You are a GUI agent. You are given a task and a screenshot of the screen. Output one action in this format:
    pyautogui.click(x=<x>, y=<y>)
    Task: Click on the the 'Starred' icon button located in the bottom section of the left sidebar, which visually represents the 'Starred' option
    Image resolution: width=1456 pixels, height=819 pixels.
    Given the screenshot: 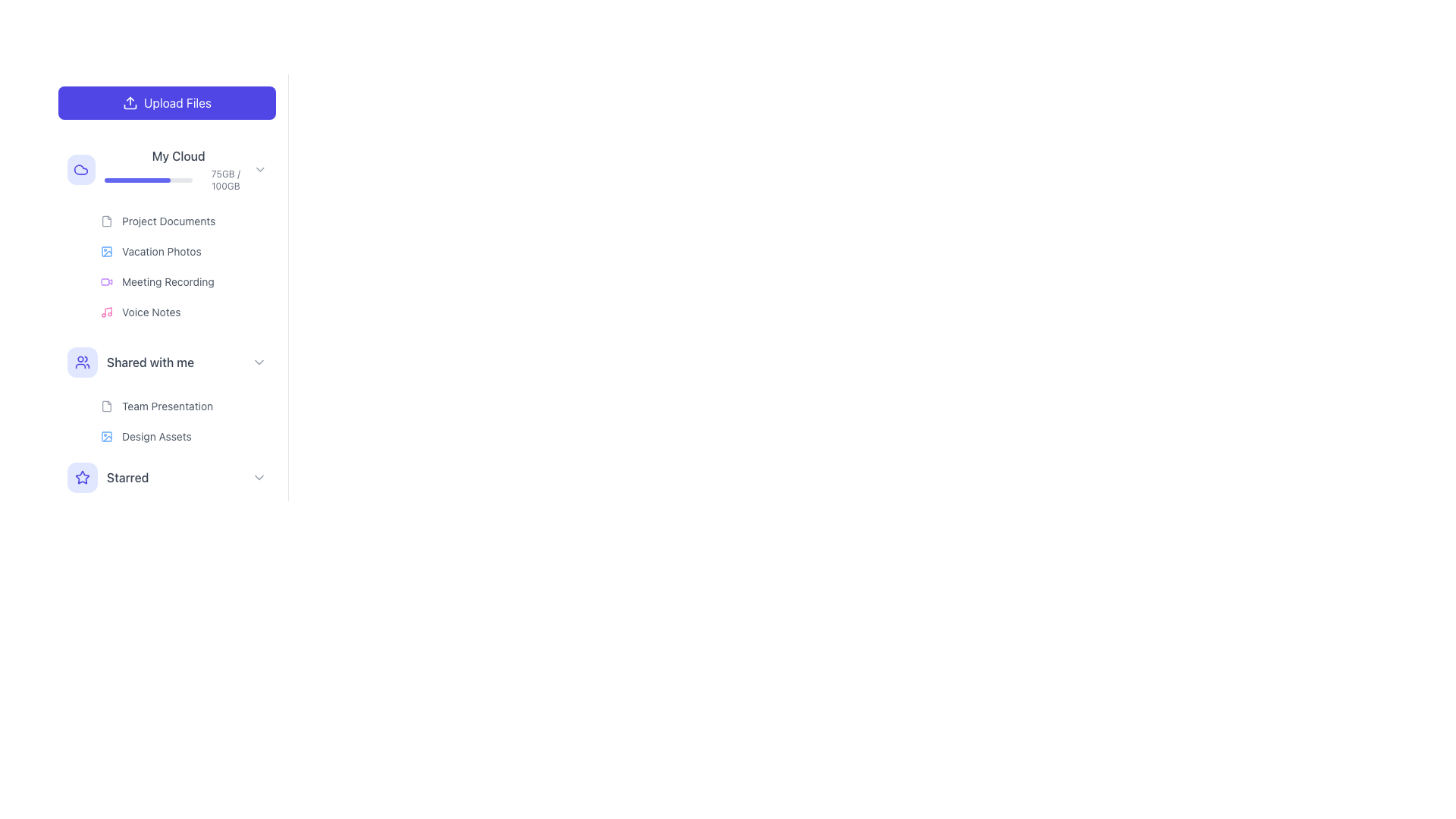 What is the action you would take?
    pyautogui.click(x=82, y=476)
    